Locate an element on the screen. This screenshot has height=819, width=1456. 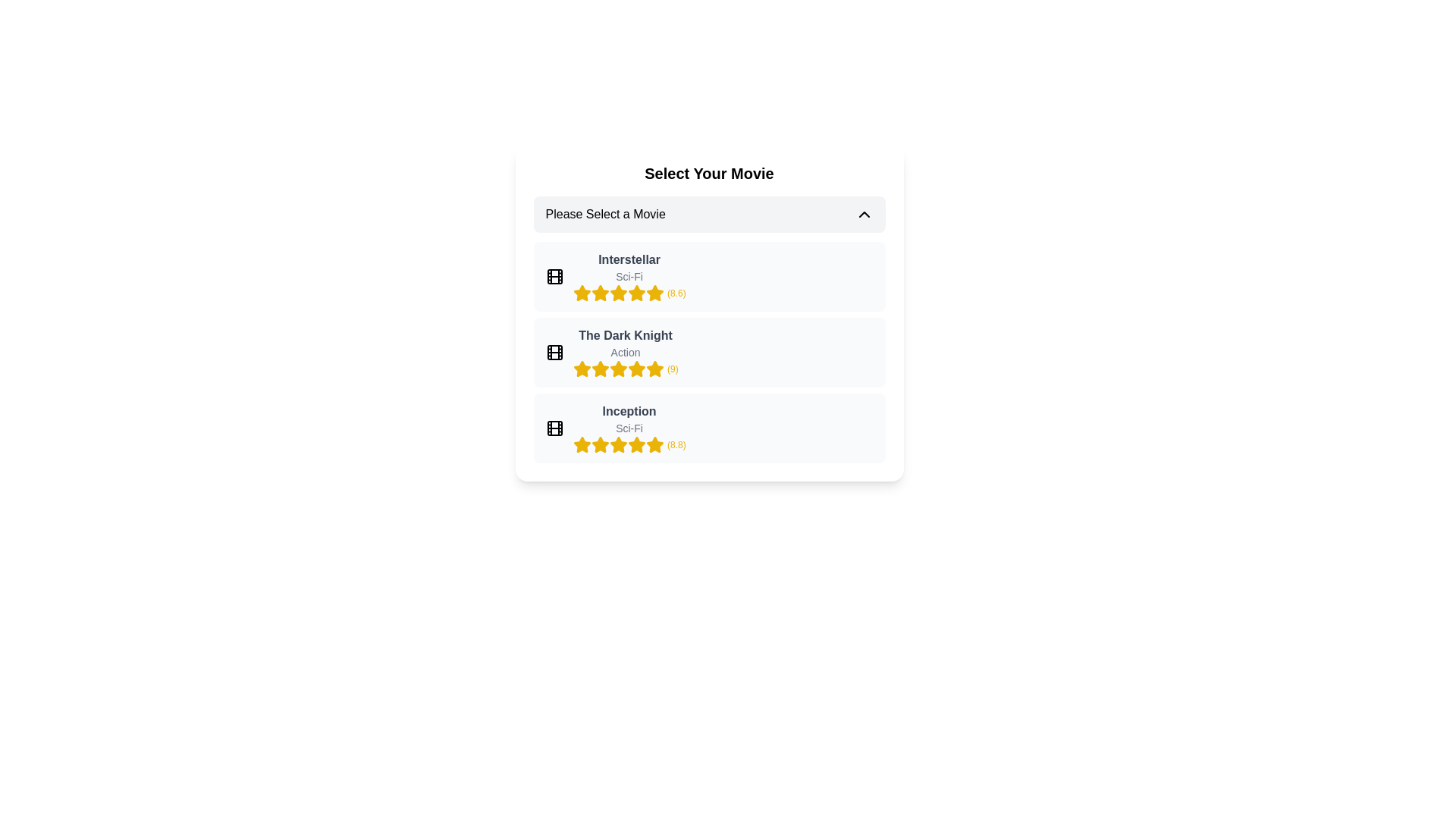
the yellow star-shaped icon representing a selected rating for the film 'Interstellar' is located at coordinates (599, 293).